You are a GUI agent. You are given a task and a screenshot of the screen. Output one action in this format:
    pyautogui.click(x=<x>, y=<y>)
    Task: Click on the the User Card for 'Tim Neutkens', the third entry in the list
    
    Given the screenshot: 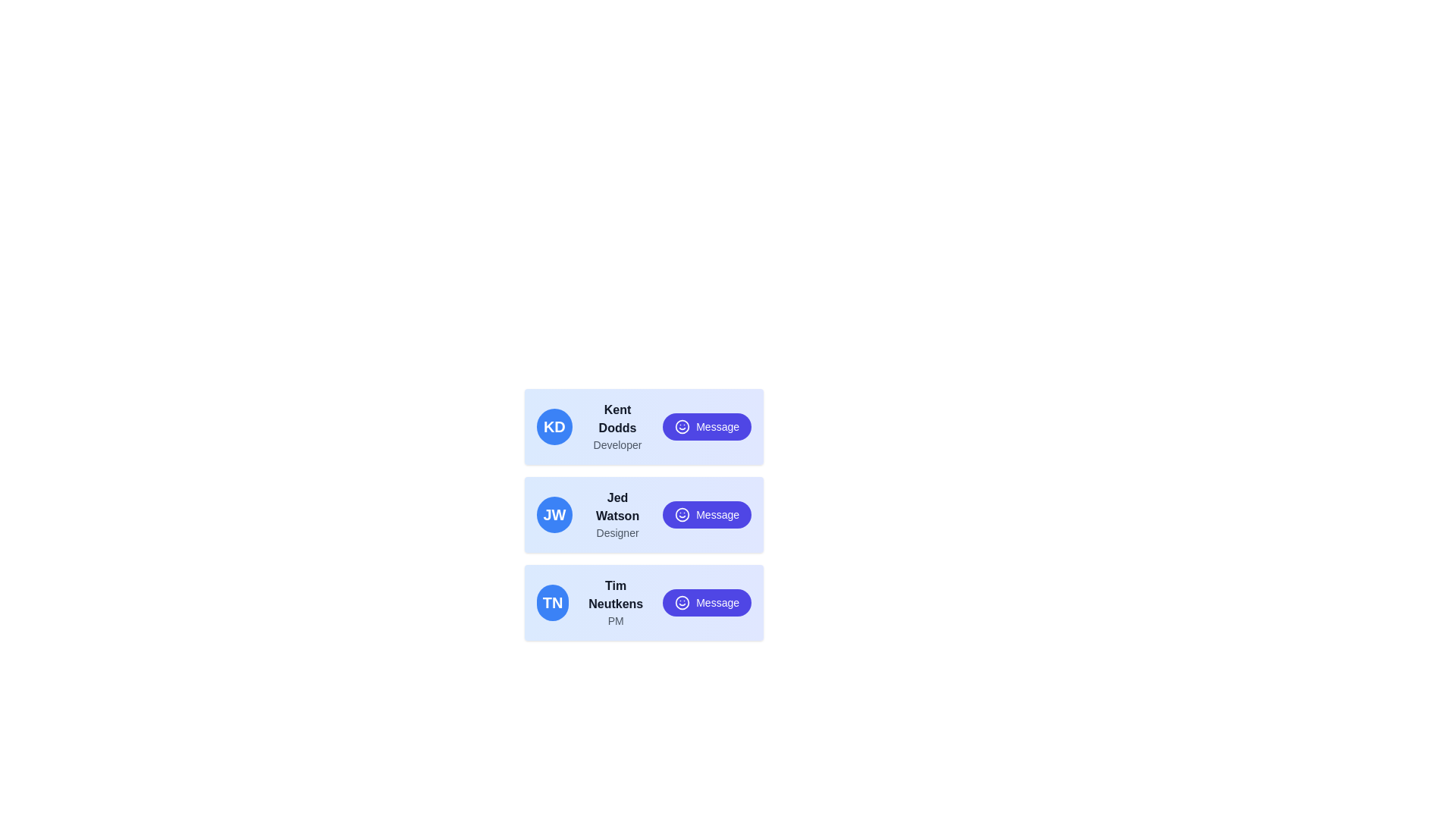 What is the action you would take?
    pyautogui.click(x=644, y=601)
    